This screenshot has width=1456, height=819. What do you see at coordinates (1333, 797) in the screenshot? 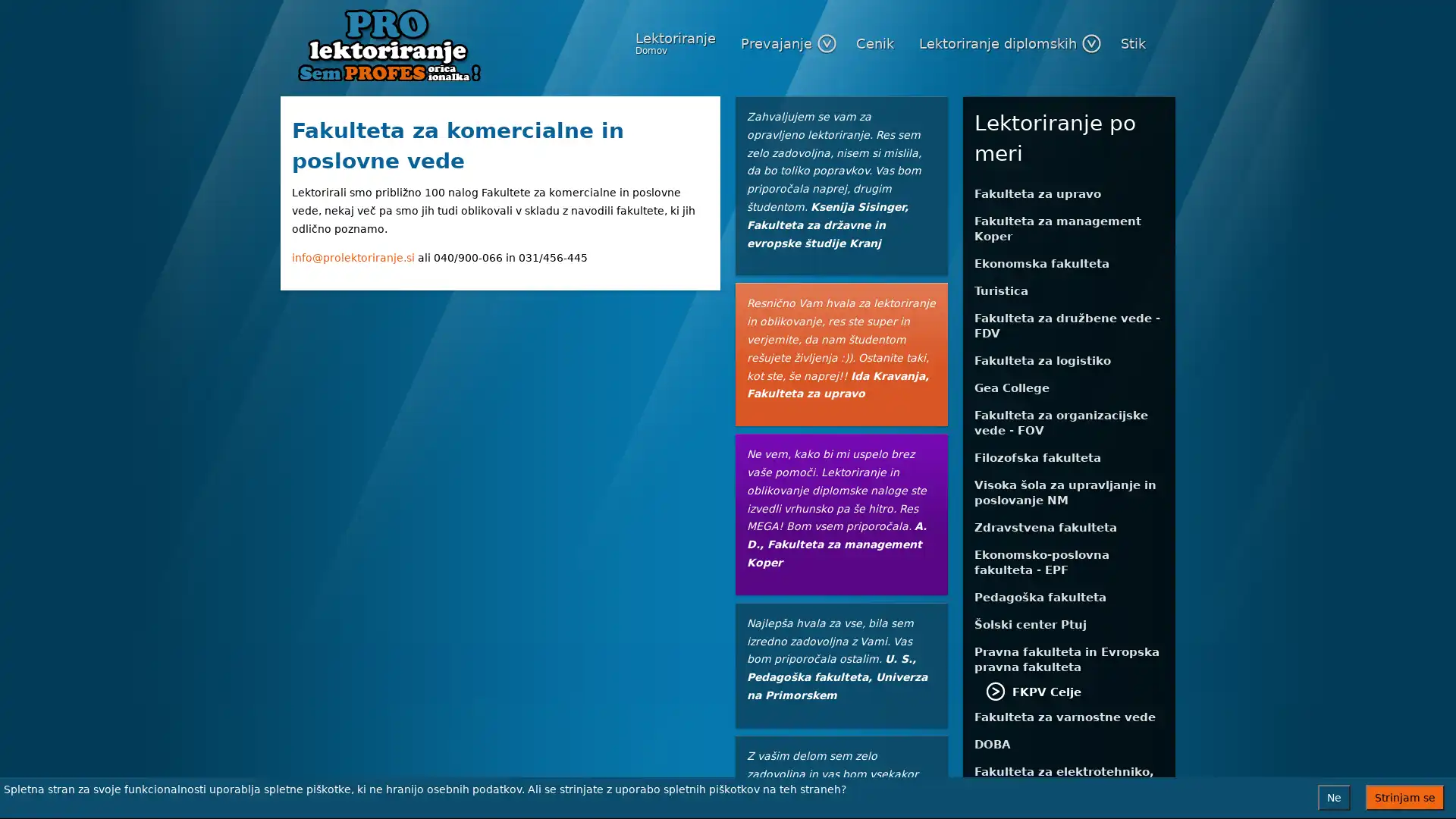
I see `Ne` at bounding box center [1333, 797].